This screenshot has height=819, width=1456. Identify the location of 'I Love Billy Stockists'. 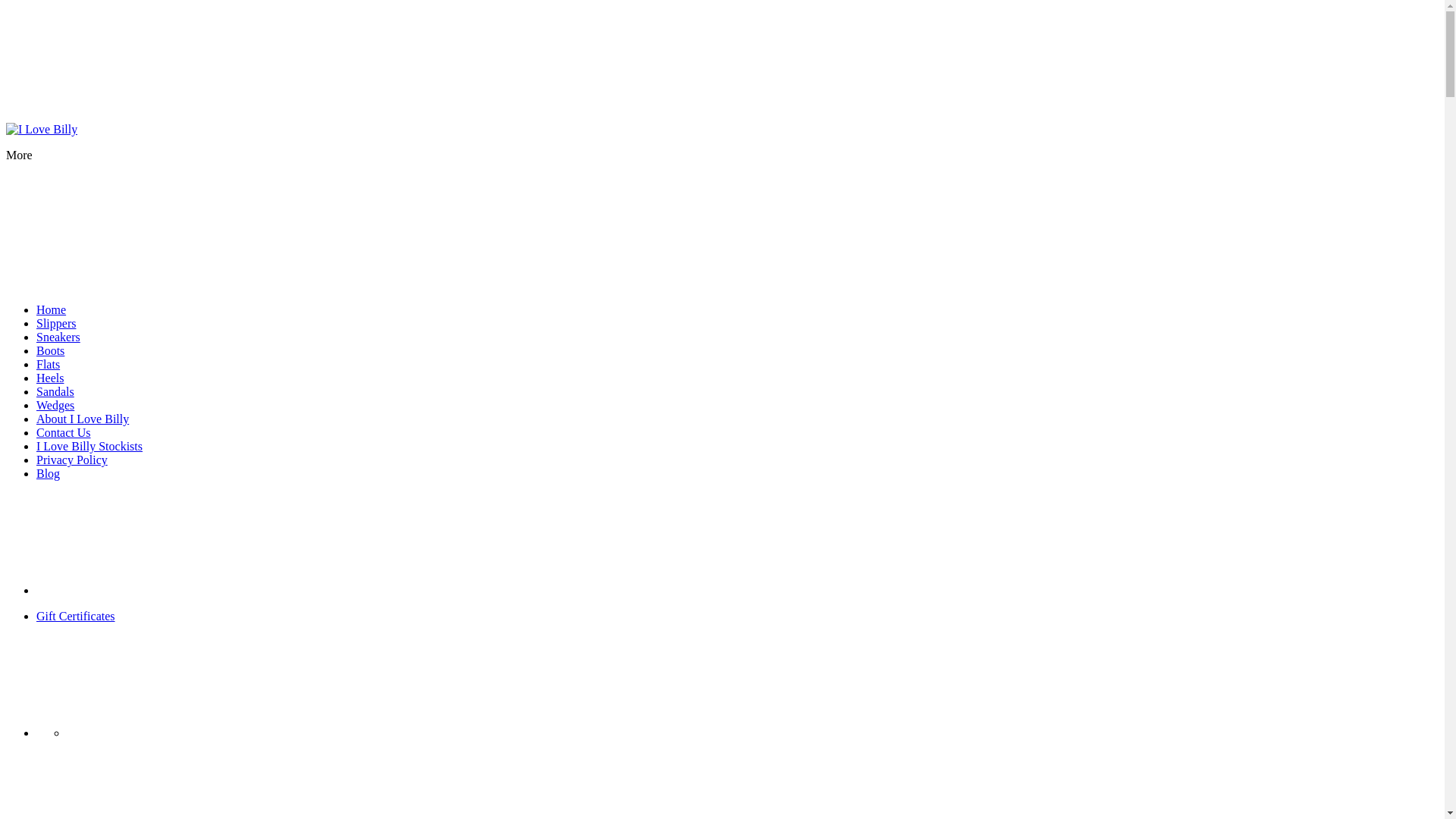
(89, 445).